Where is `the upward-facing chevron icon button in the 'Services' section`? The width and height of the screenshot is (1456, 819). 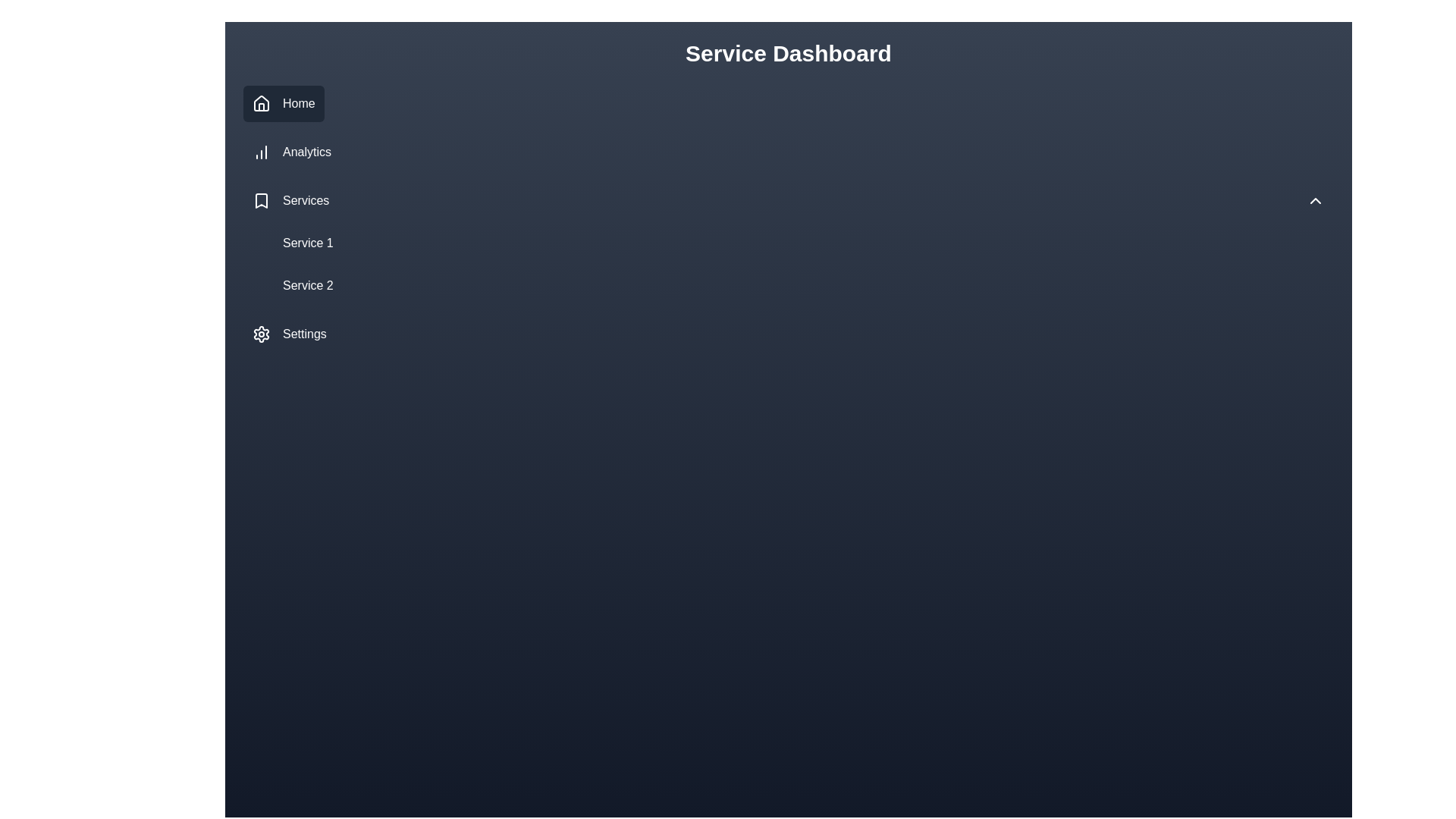 the upward-facing chevron icon button in the 'Services' section is located at coordinates (1314, 200).